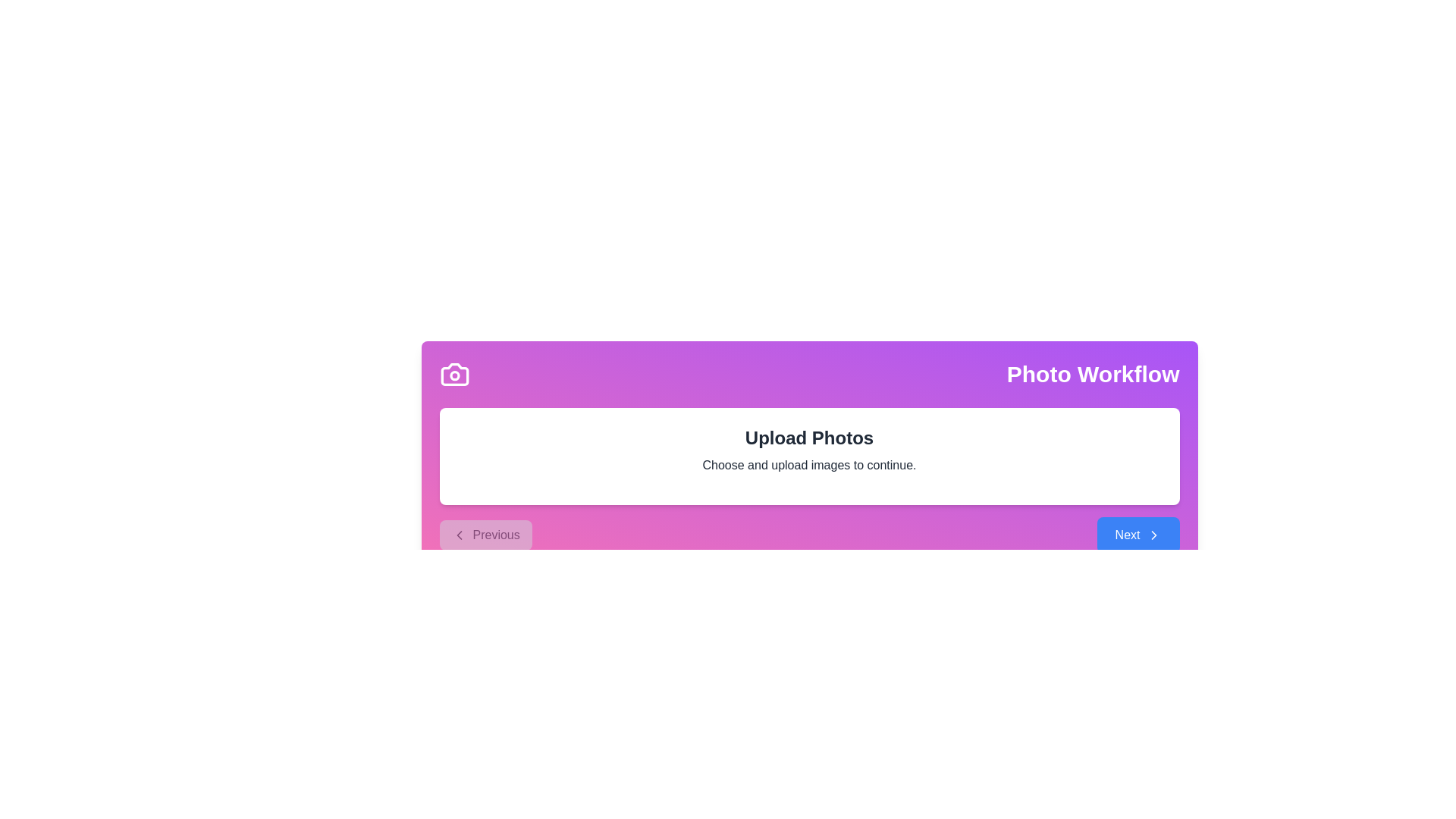 The height and width of the screenshot is (819, 1456). What do you see at coordinates (453, 374) in the screenshot?
I see `the camera icon in the top-left corner of the gradient-colored header bar, which serves as a symbolic representation for photo uploading or image handling` at bounding box center [453, 374].